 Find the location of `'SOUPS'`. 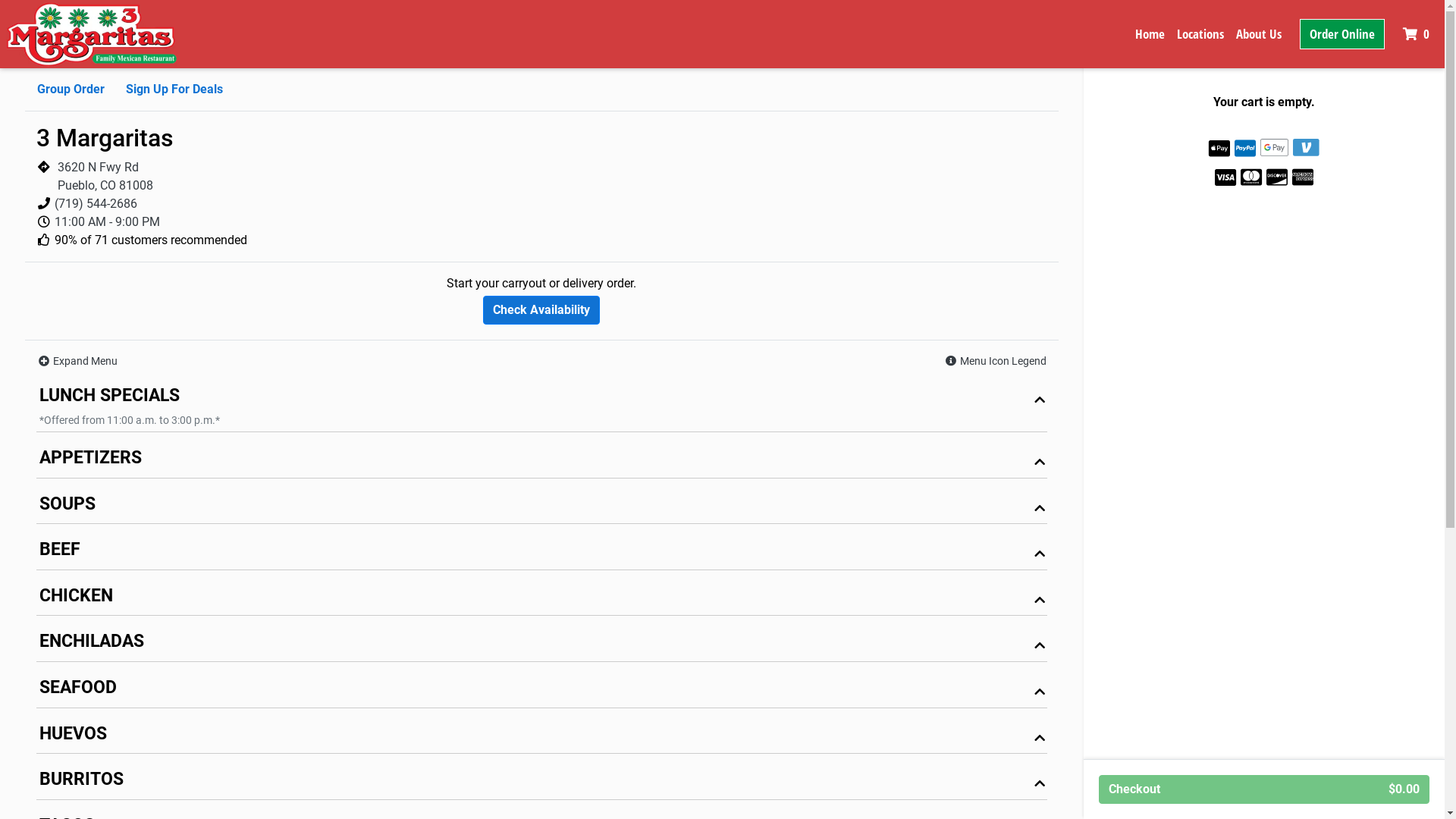

'SOUPS' is located at coordinates (541, 507).